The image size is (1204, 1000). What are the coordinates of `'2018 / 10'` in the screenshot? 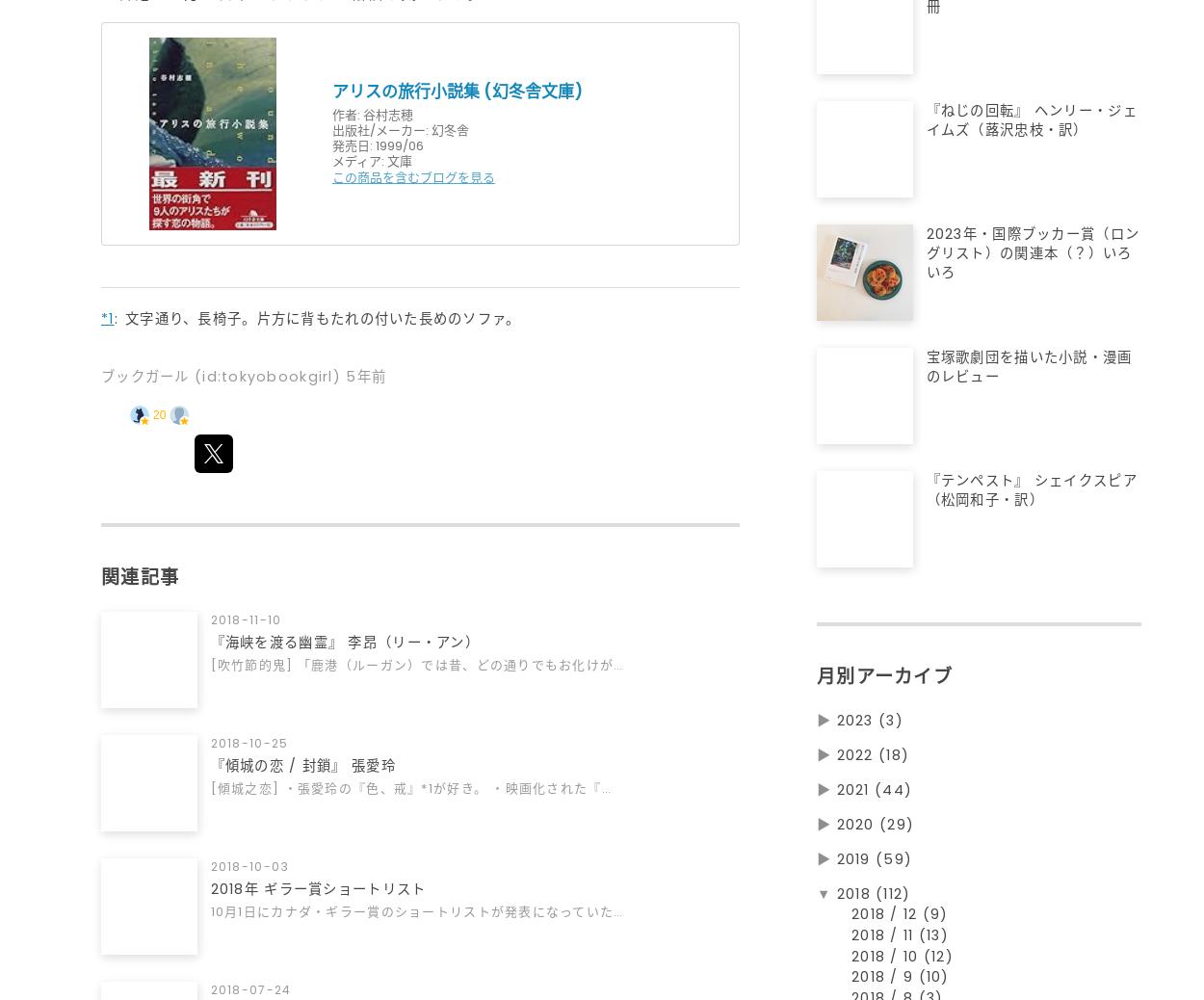 It's located at (887, 964).